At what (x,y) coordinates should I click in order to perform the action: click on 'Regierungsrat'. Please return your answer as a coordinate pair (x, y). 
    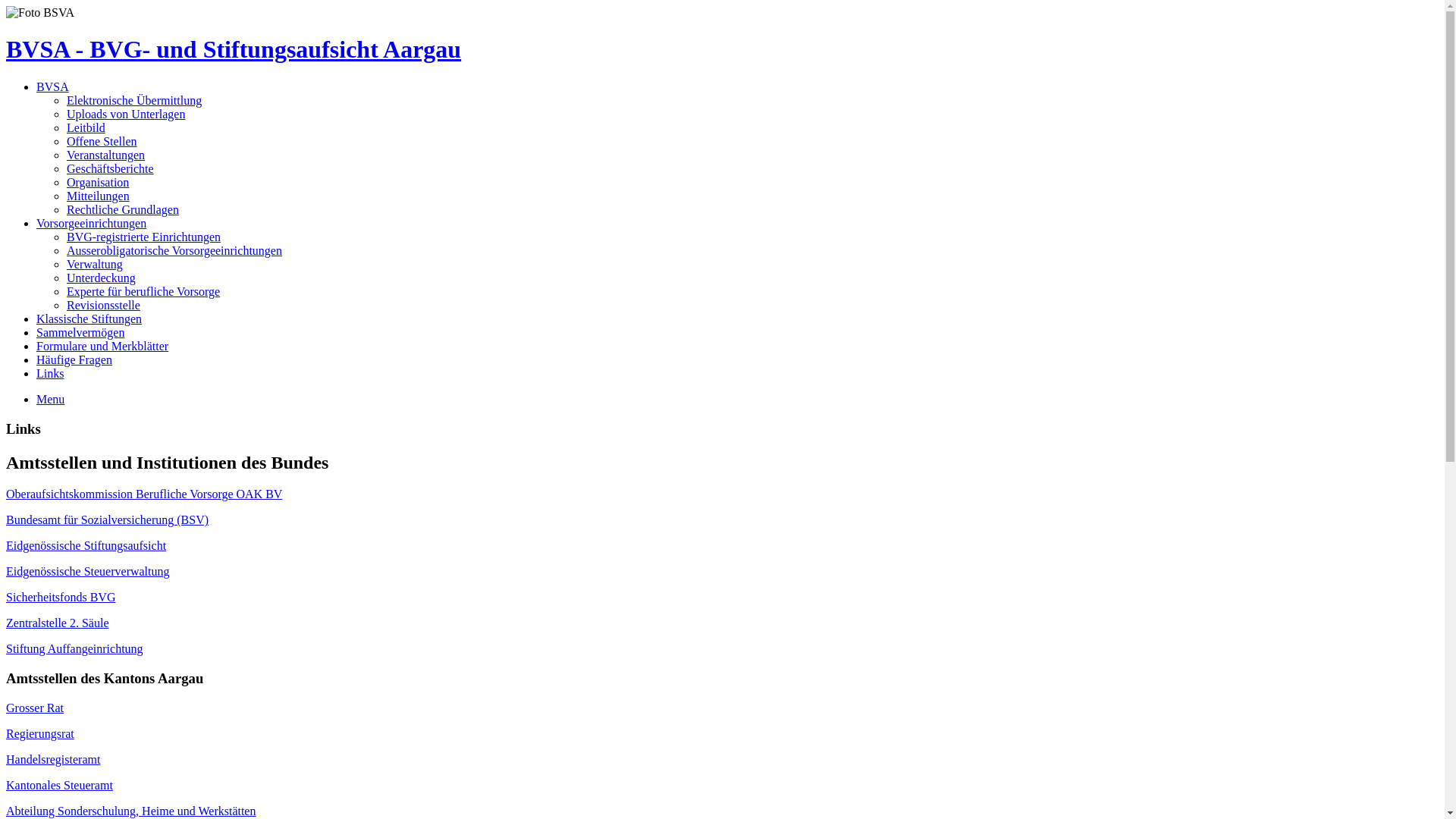
    Looking at the image, I should click on (39, 733).